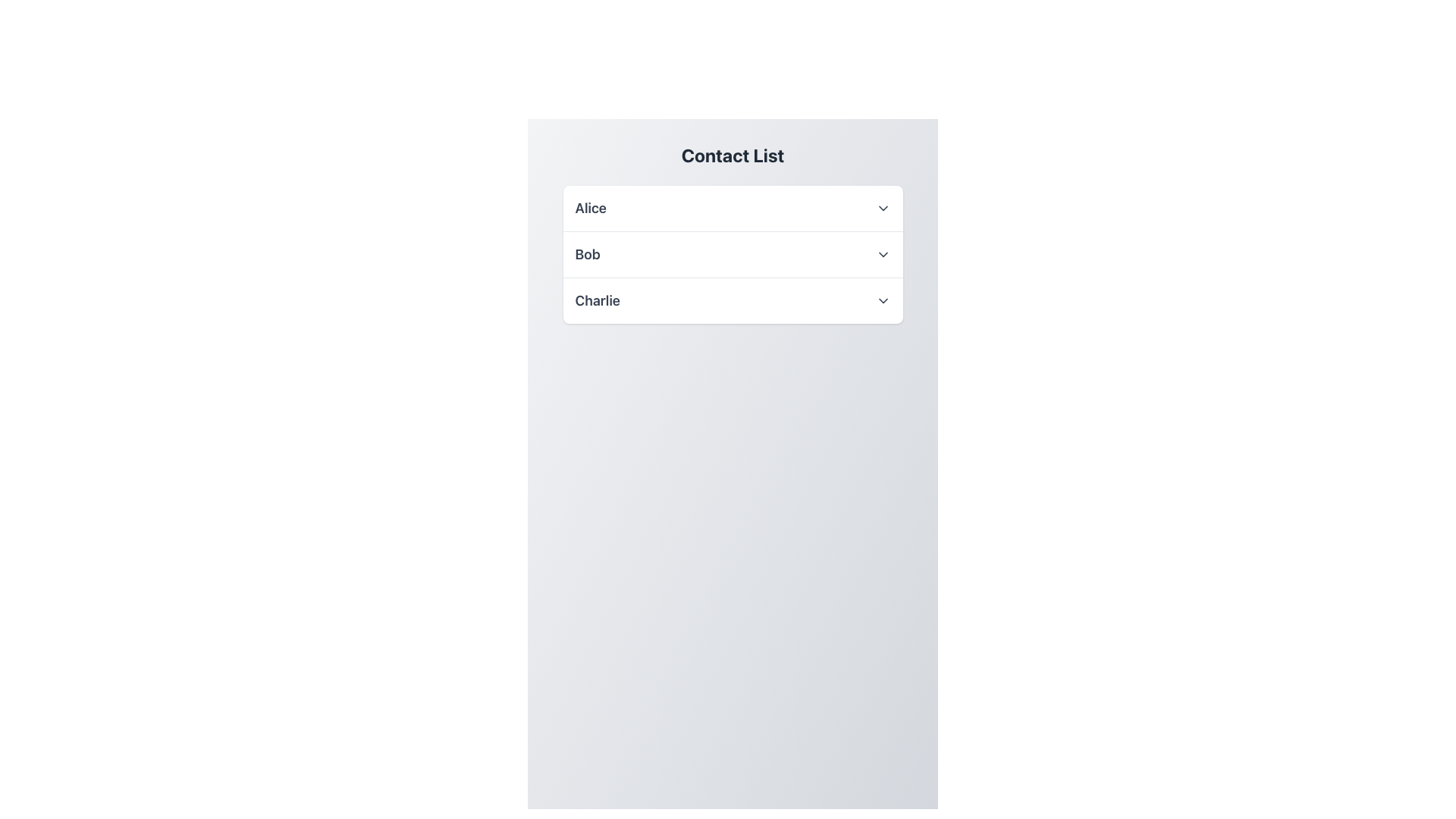 Image resolution: width=1456 pixels, height=819 pixels. Describe the element at coordinates (733, 301) in the screenshot. I see `the dropdown menu item labeled 'Charlie' located at the bottom of the 'Contact List'` at that location.